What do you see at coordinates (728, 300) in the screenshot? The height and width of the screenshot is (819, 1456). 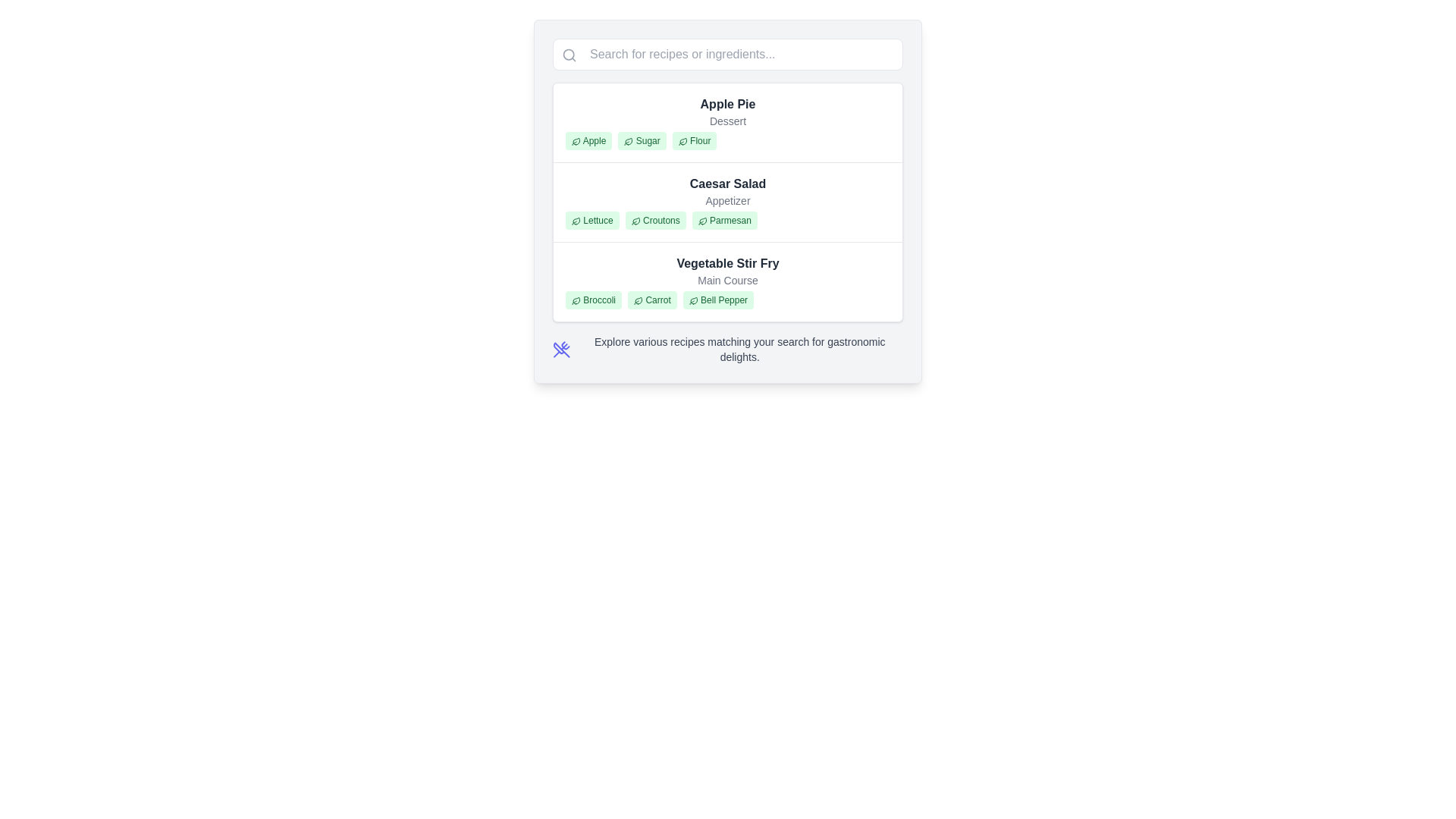 I see `the label cluster that represents the ingredients for the 'Vegetable Stir Fry' dish, located between 'Main Course' and 'Broccoli Carrot Bell Pepper'` at bounding box center [728, 300].